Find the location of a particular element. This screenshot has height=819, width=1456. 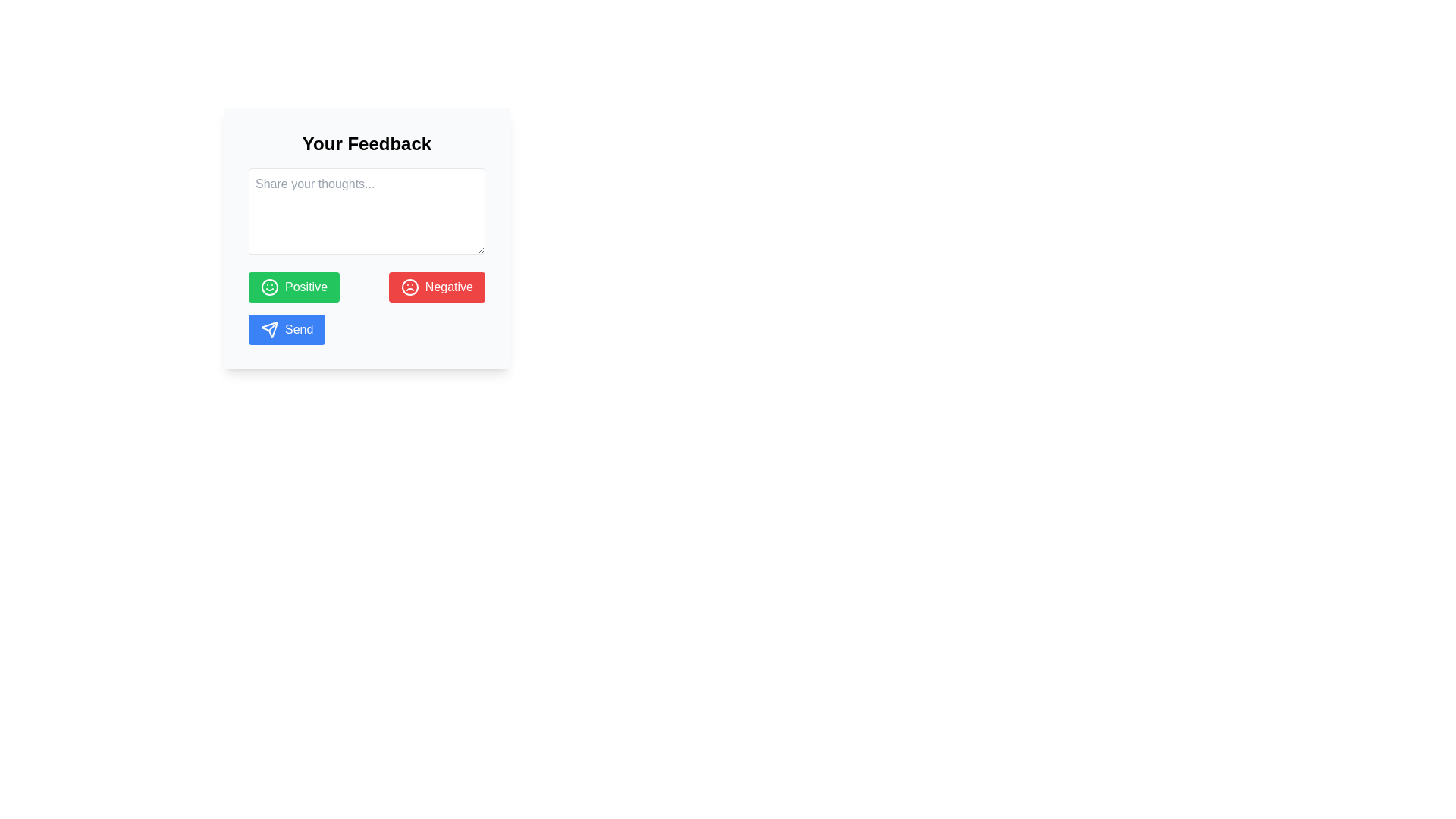

the circular icon featuring a frowning face with a red background, which is inside the button labeled 'Negative' is located at coordinates (409, 287).